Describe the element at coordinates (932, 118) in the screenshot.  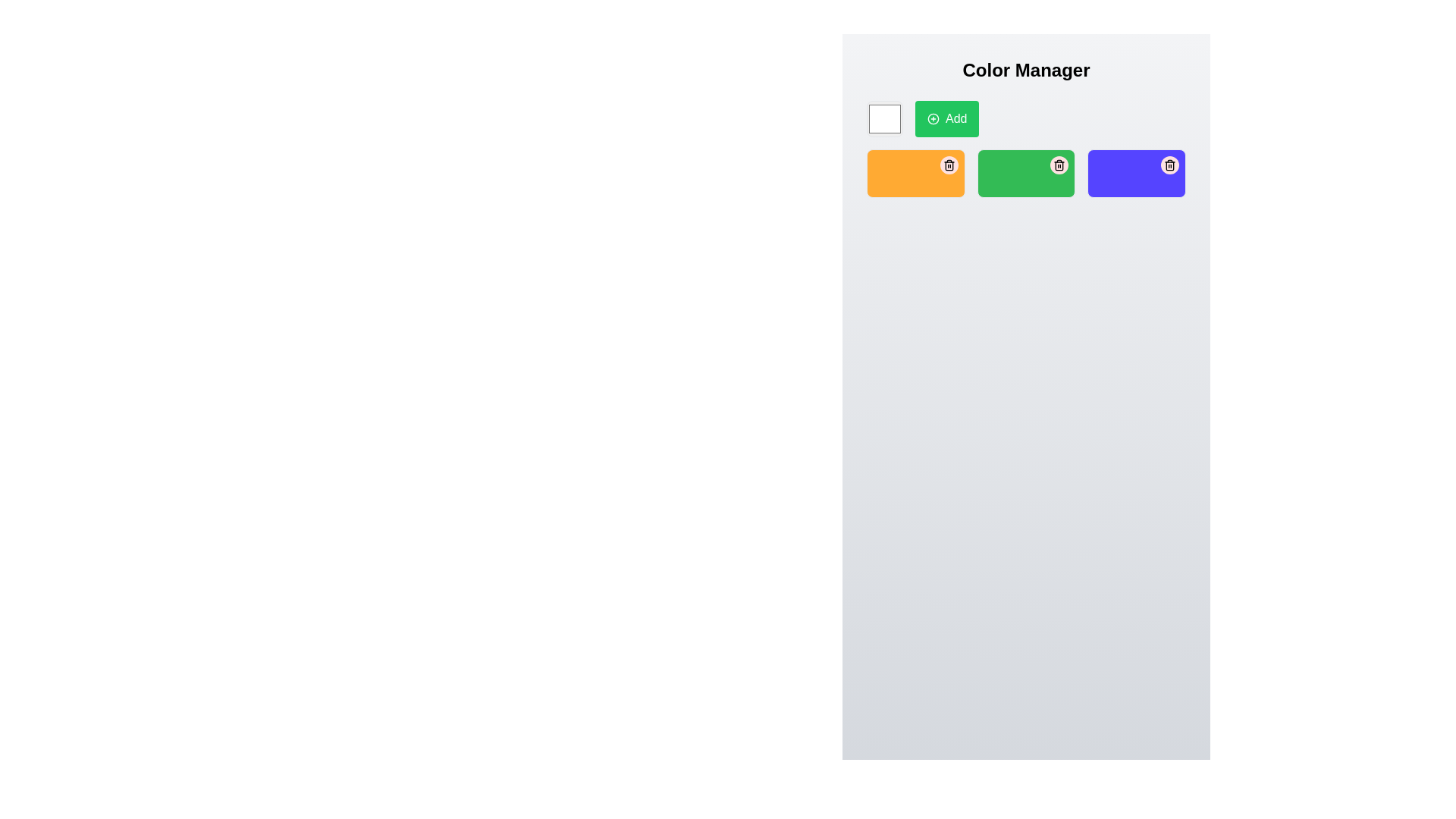
I see `the circular green icon with a plus symbol` at that location.